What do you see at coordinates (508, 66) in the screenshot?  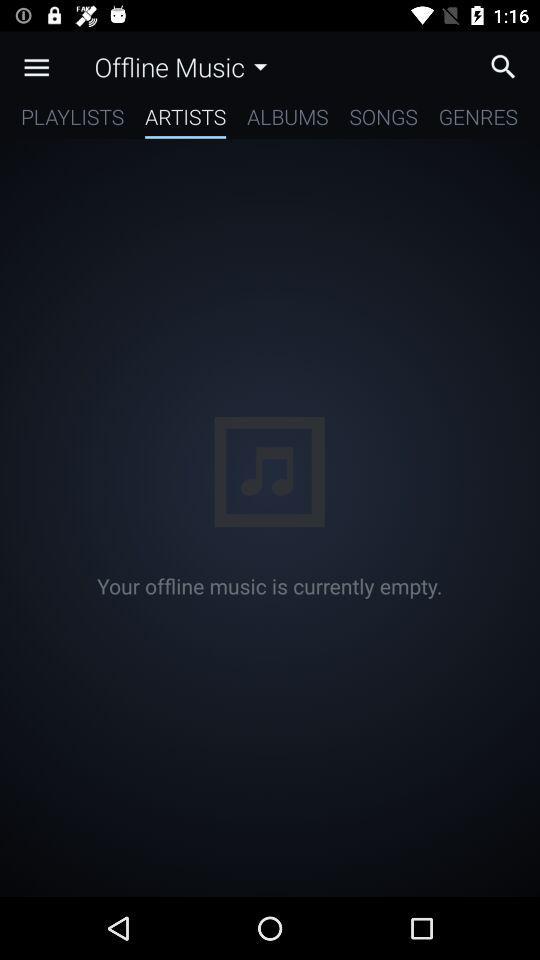 I see `click search option` at bounding box center [508, 66].